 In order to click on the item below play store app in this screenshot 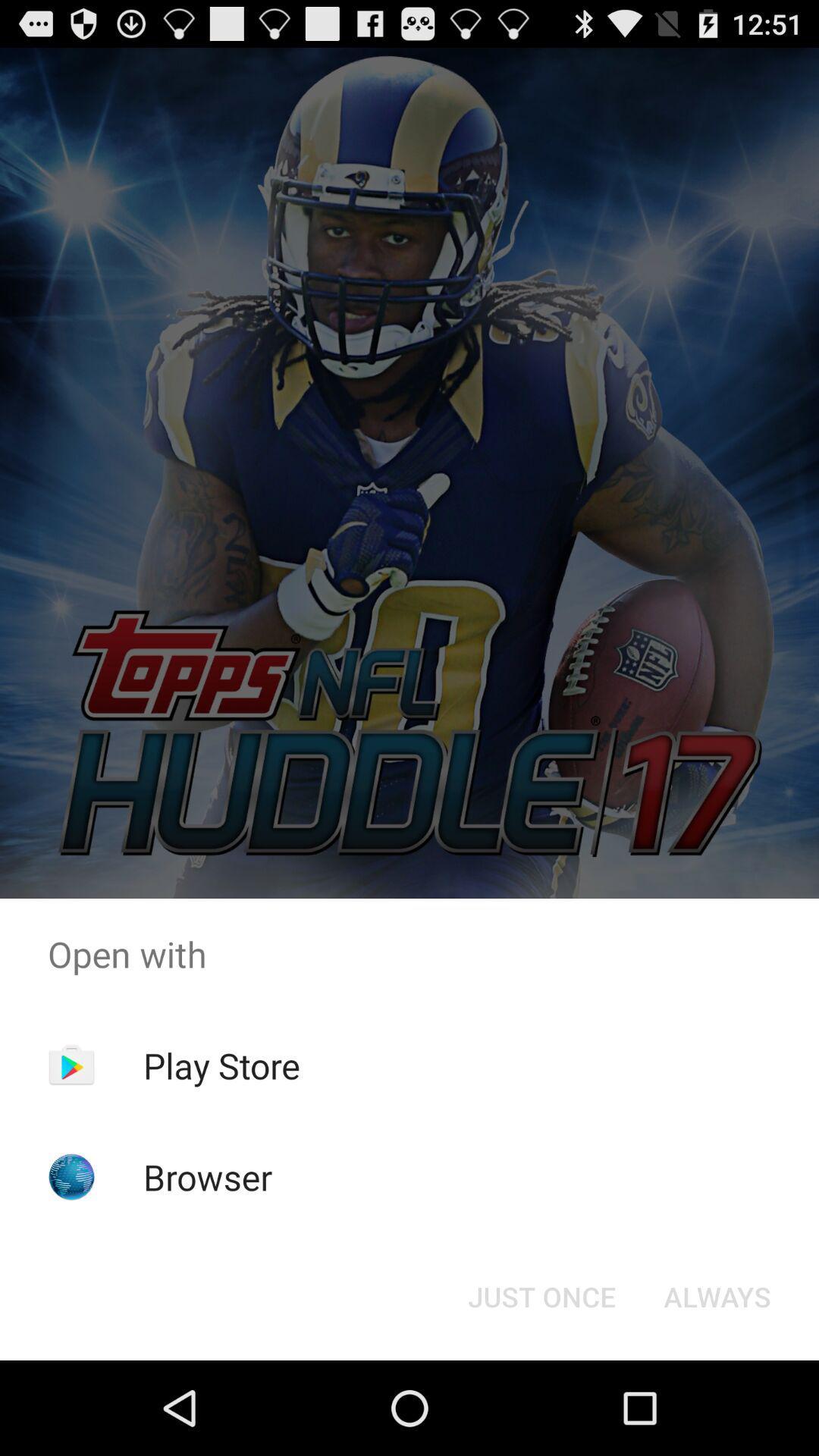, I will do `click(208, 1176)`.